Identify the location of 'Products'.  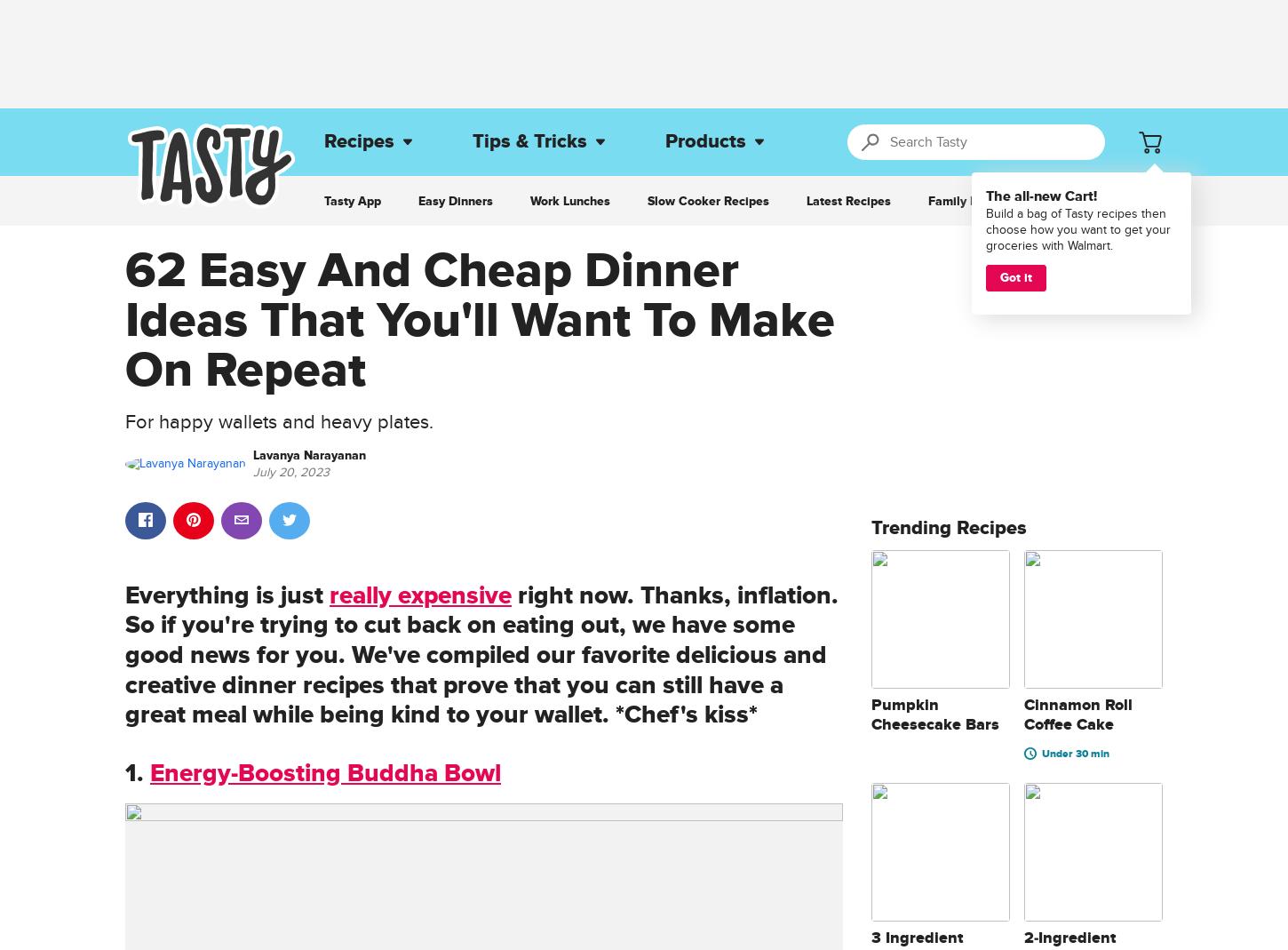
(705, 141).